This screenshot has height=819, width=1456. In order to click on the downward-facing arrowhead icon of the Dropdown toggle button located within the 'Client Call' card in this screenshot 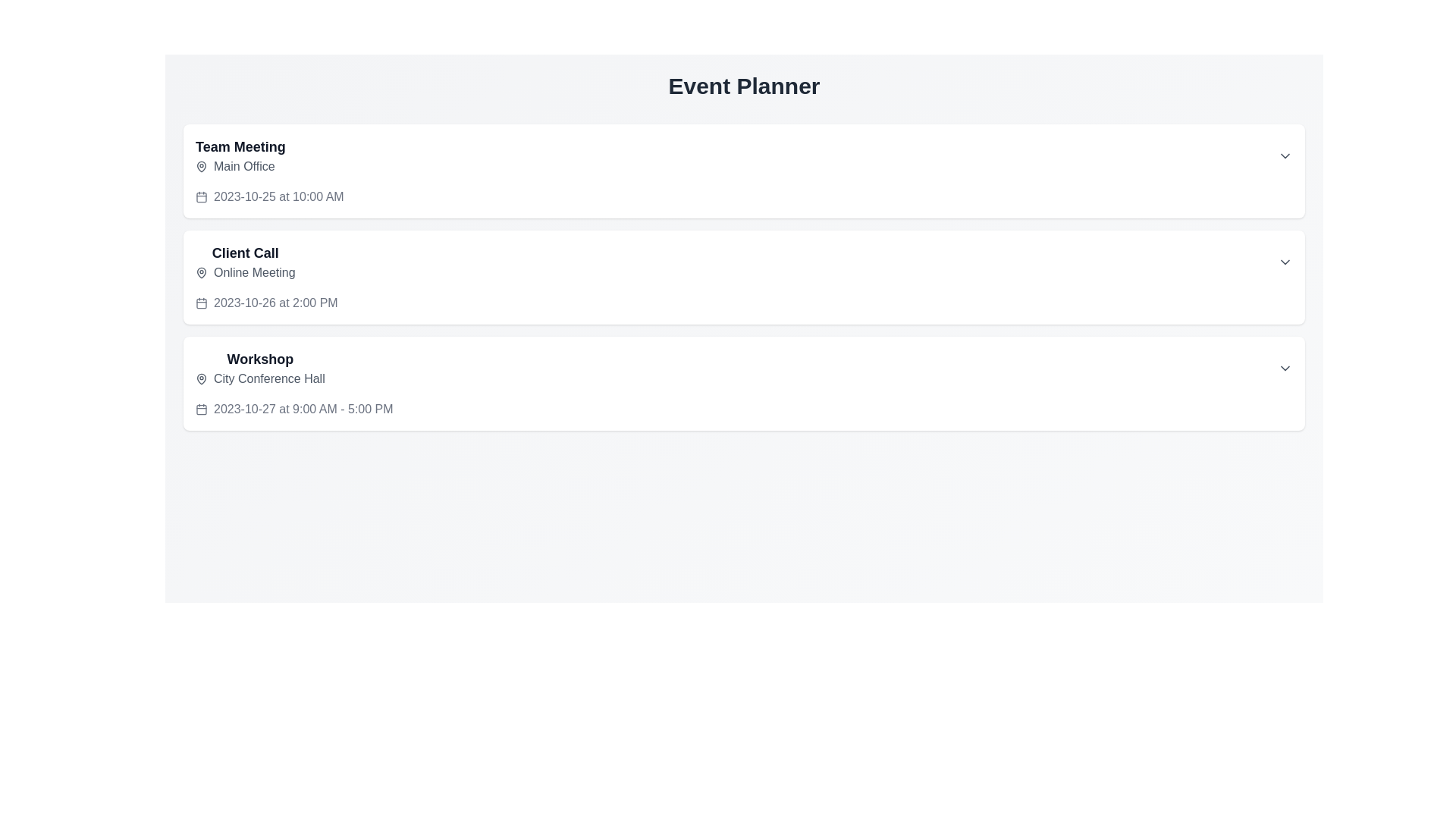, I will do `click(1284, 262)`.